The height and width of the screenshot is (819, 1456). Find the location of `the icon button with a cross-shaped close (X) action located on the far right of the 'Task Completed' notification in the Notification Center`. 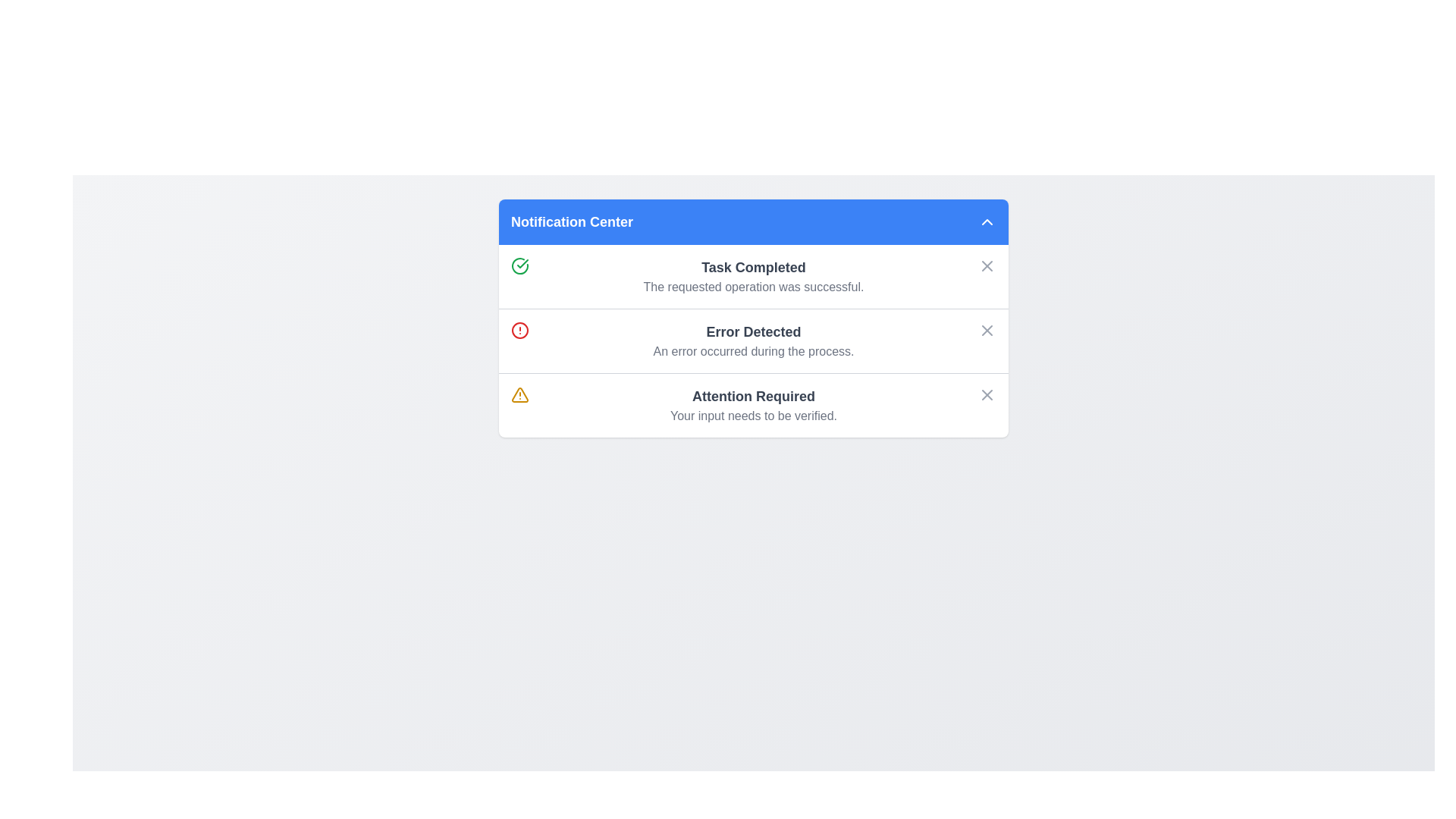

the icon button with a cross-shaped close (X) action located on the far right of the 'Task Completed' notification in the Notification Center is located at coordinates (987, 265).